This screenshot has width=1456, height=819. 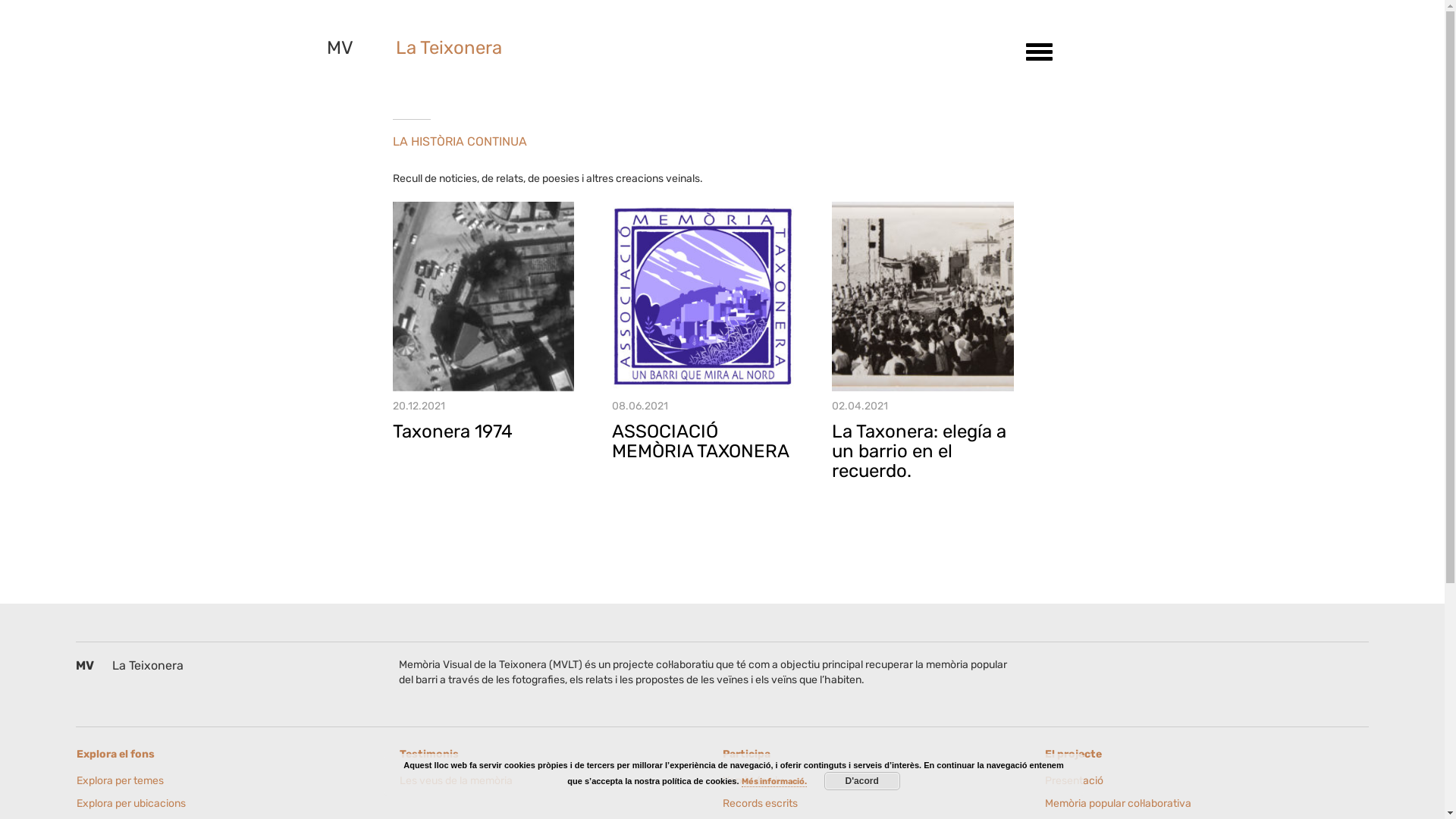 I want to click on 'D'acord', so click(x=862, y=780).